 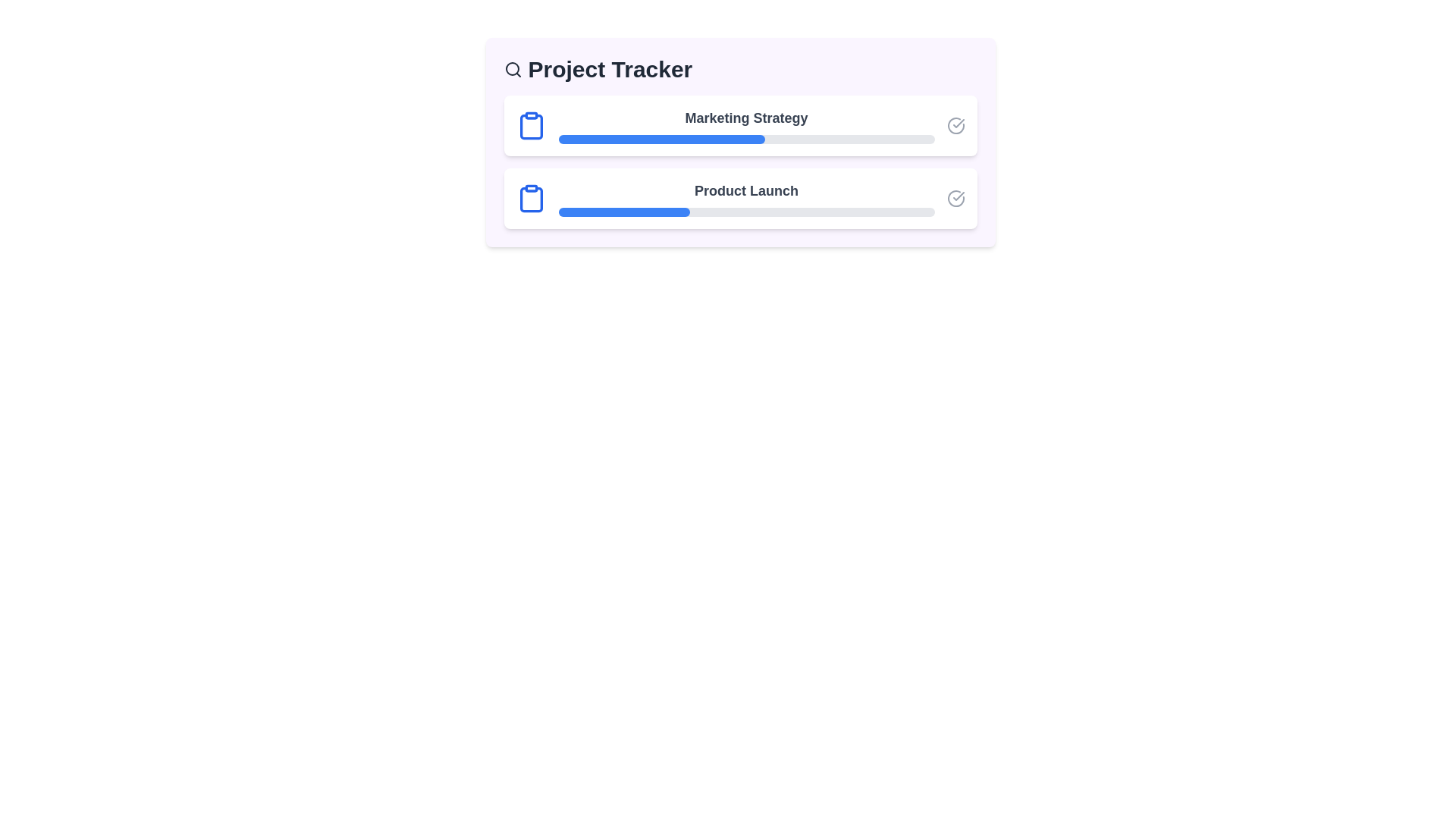 I want to click on the 'CheckCircle' icon for the project titled 'Marketing Strategy', so click(x=955, y=124).